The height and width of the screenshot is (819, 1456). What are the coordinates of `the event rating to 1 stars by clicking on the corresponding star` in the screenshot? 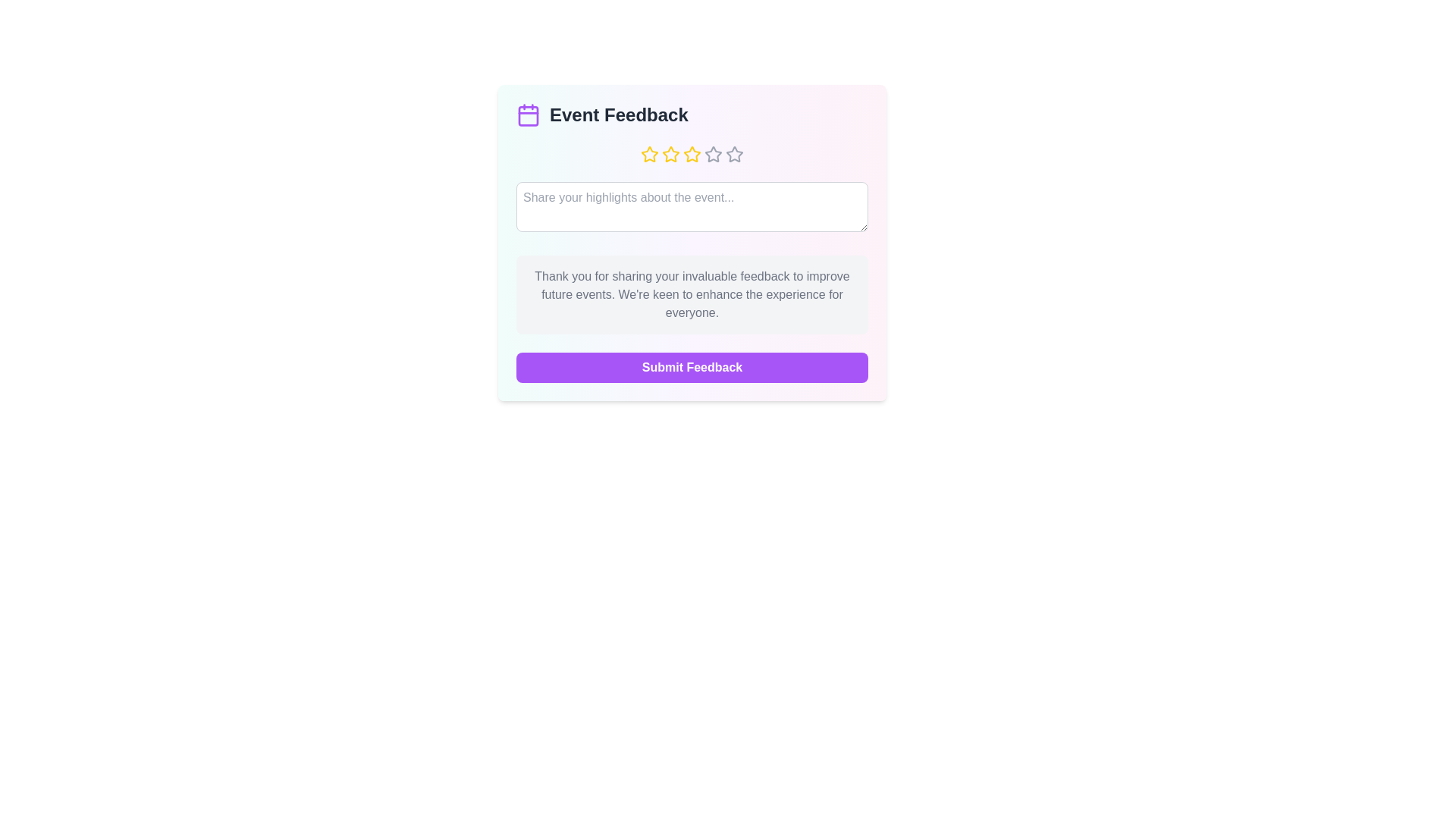 It's located at (650, 155).